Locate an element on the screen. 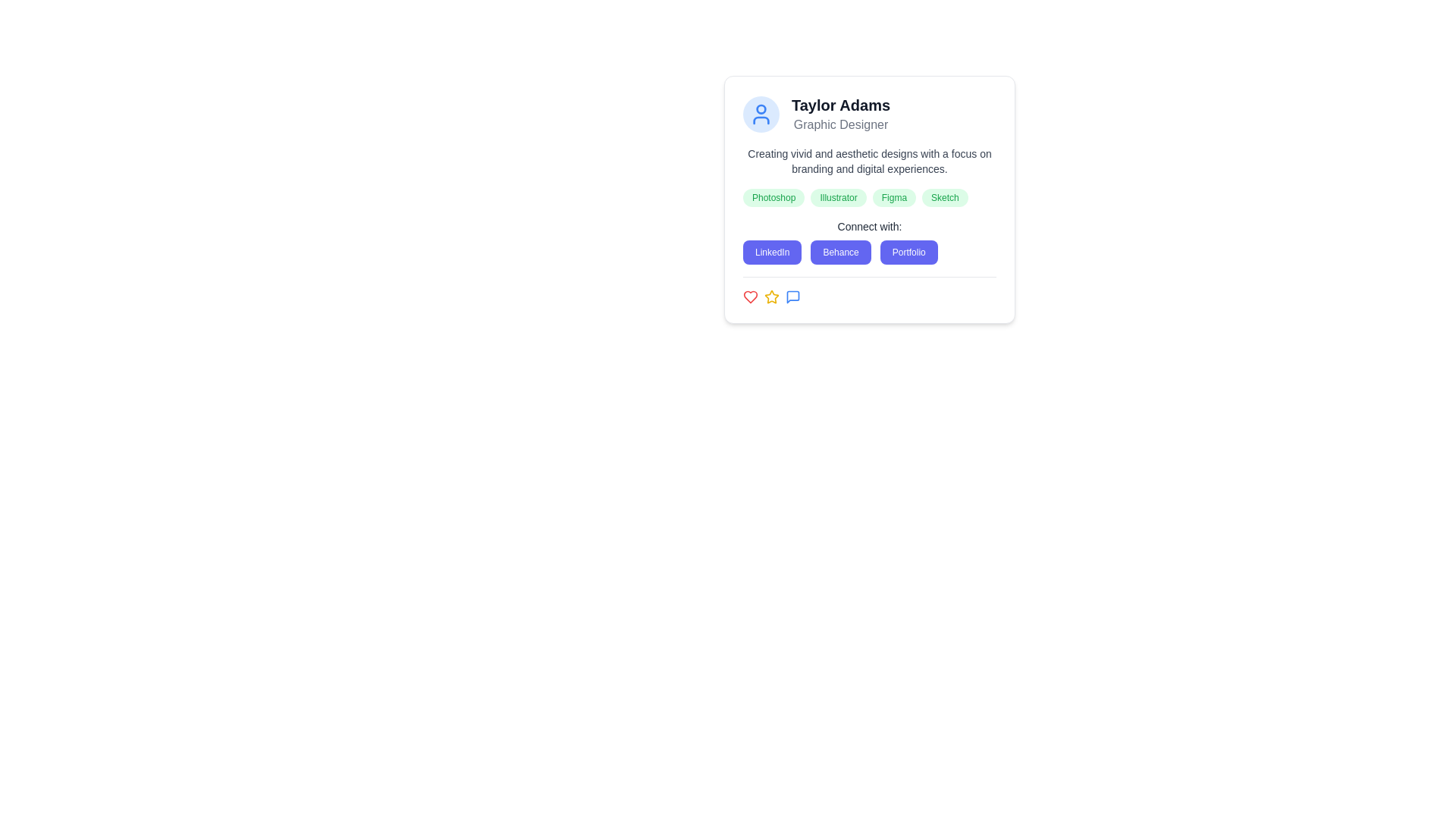 The image size is (1456, 819). the 'LinkedIn' button, which is the first button in a row of three, to observe its hover effect is located at coordinates (772, 251).